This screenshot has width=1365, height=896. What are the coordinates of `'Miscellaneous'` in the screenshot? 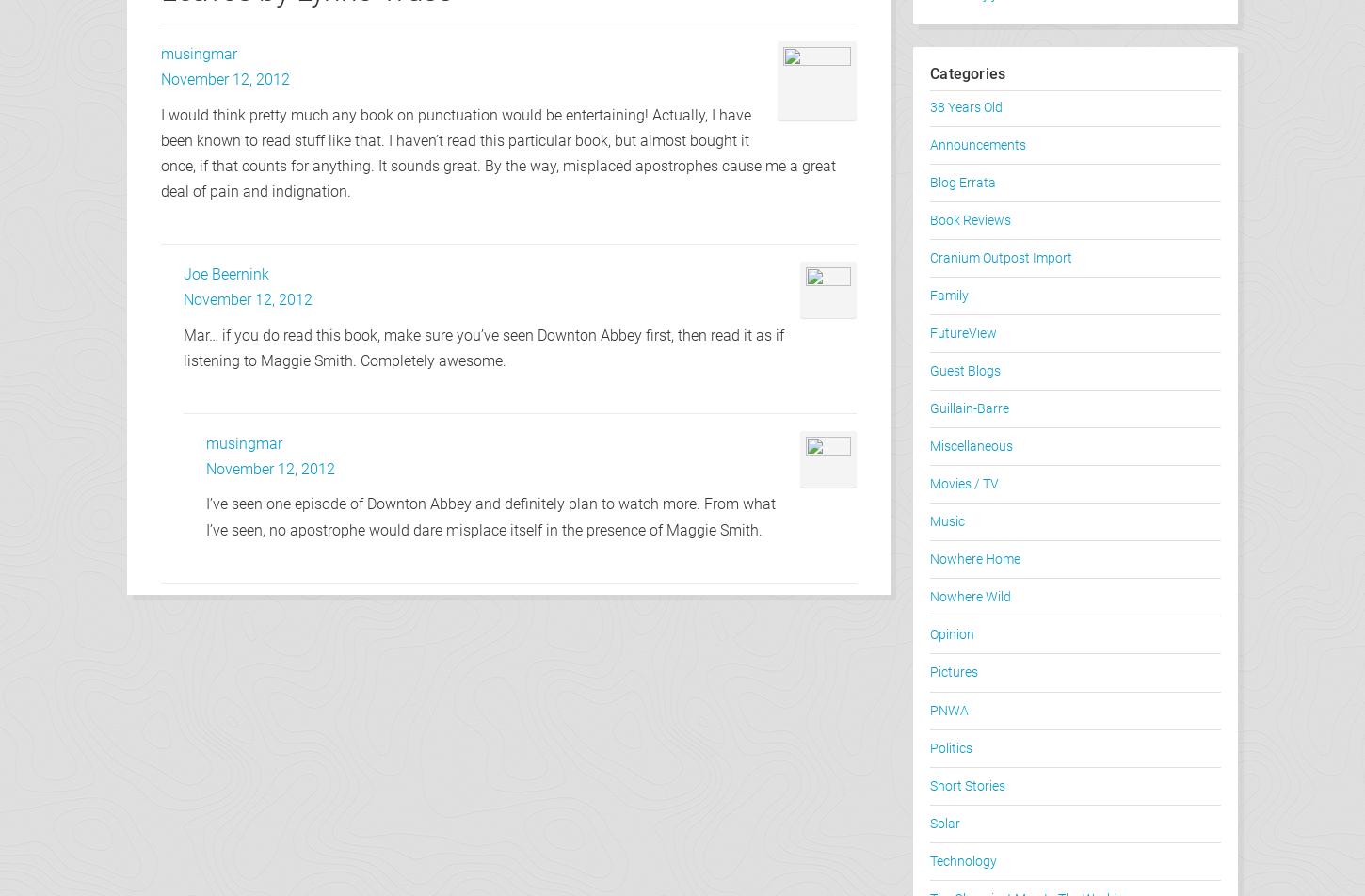 It's located at (971, 446).